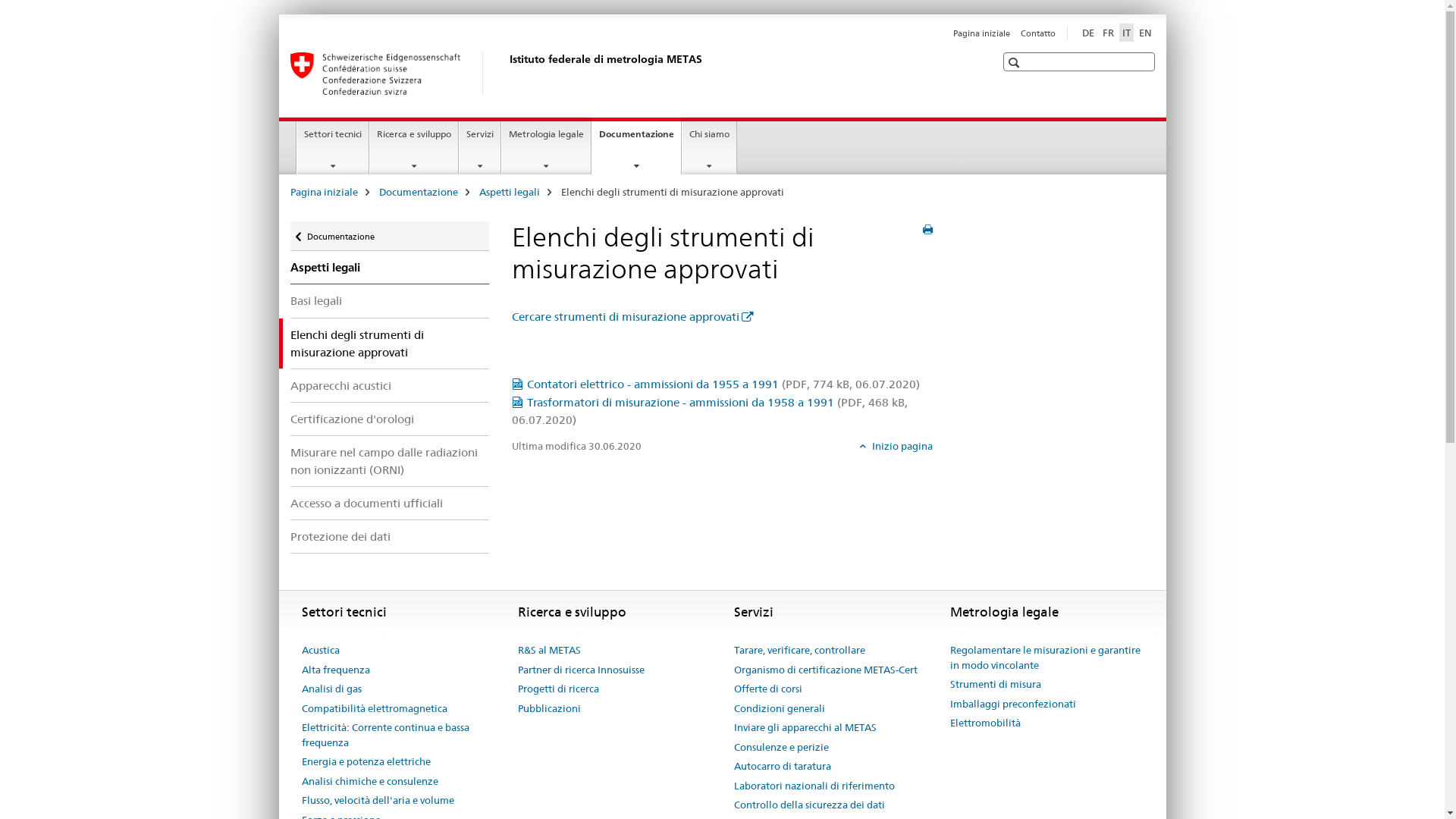 This screenshot has height=819, width=1456. I want to click on 'Inizio pagina', so click(896, 444).